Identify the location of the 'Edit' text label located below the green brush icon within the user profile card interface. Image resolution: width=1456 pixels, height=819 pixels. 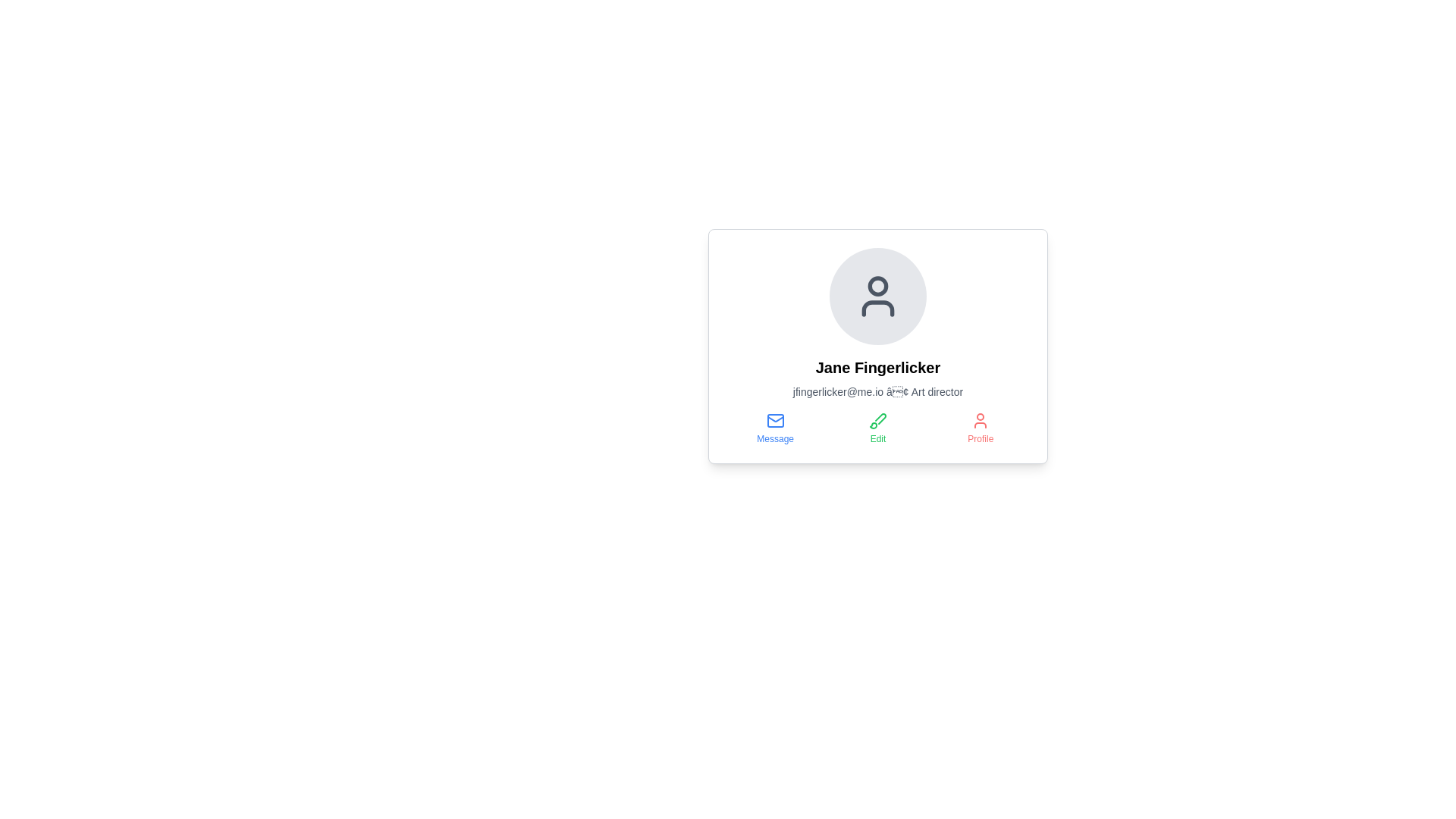
(877, 438).